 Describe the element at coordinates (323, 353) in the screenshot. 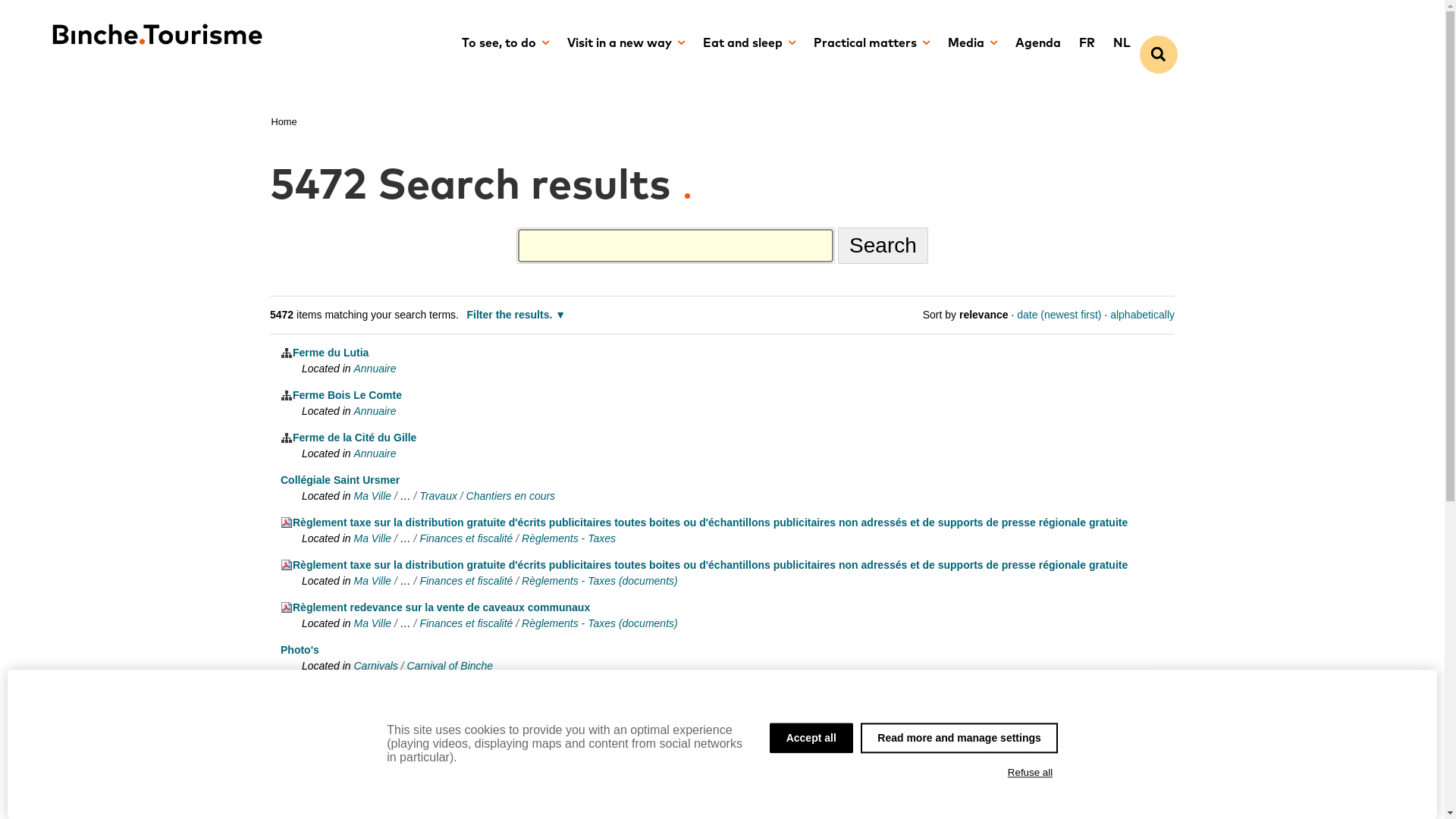

I see `'Ferme du Lutia'` at that location.